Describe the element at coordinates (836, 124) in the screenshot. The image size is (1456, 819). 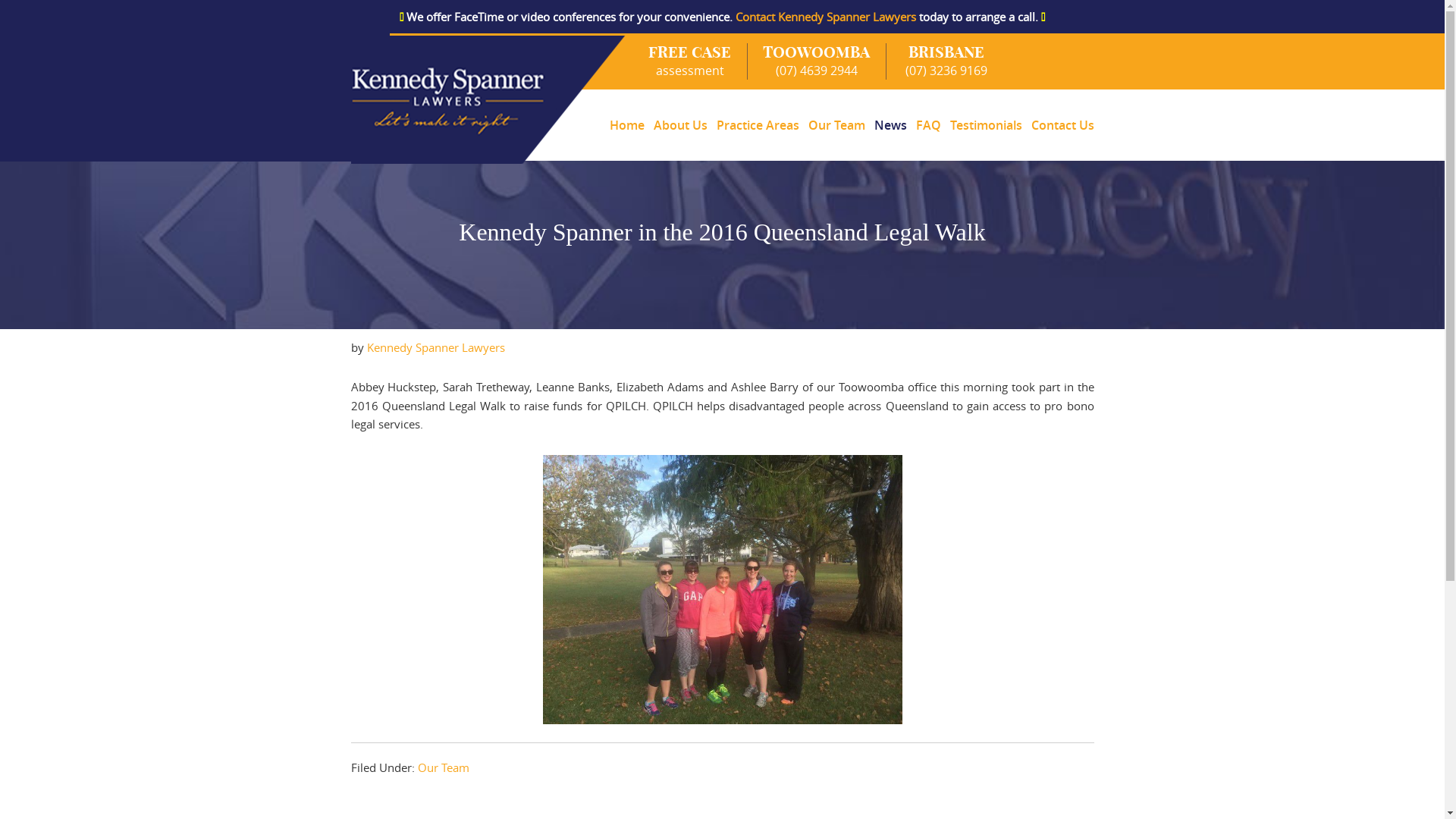
I see `'Our Team'` at that location.